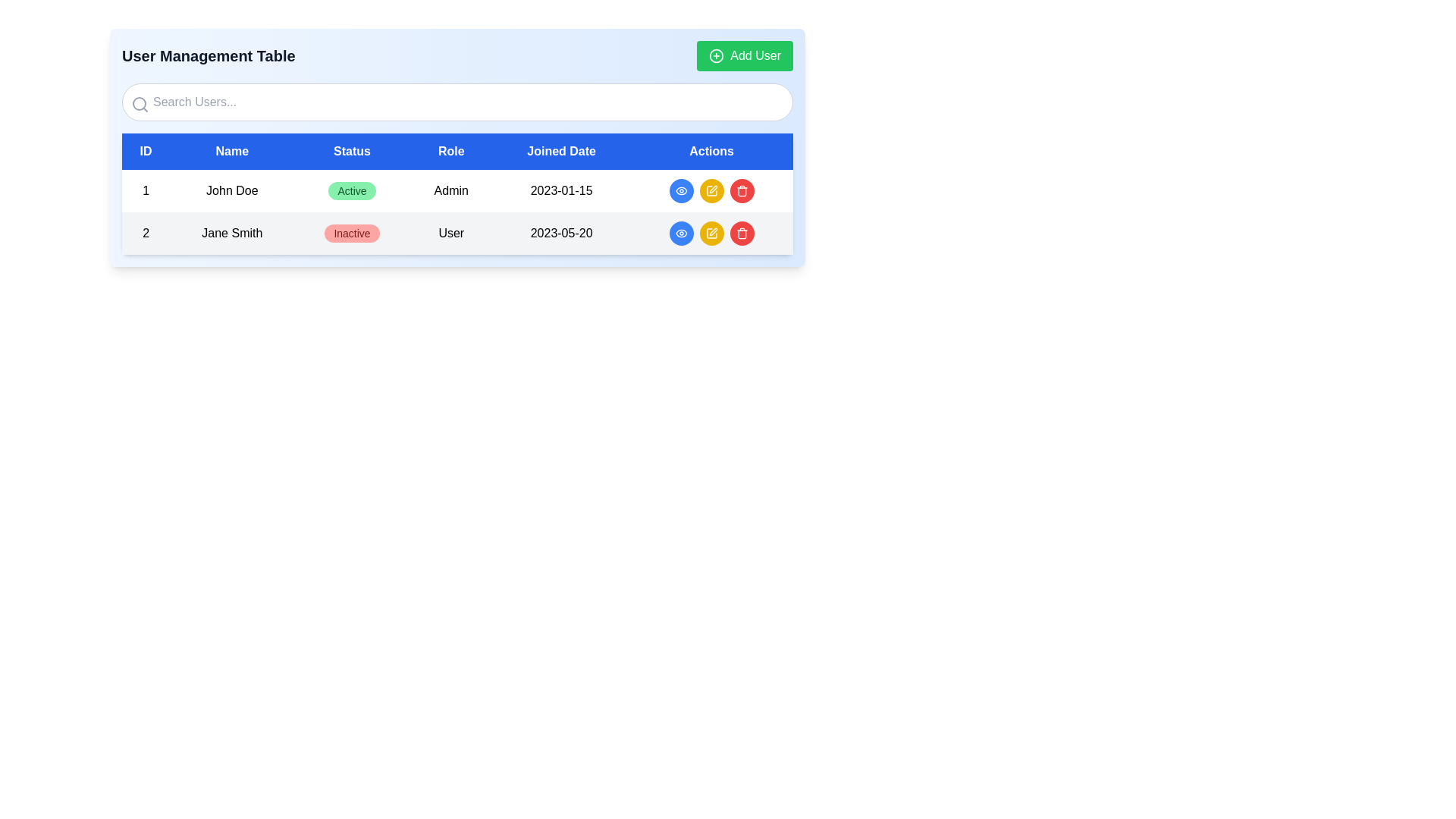 The height and width of the screenshot is (819, 1456). Describe the element at coordinates (742, 234) in the screenshot. I see `the middle section of the SVG trash can icon in the 'Actions' column for user 'Jane Smith' in the user management table` at that location.